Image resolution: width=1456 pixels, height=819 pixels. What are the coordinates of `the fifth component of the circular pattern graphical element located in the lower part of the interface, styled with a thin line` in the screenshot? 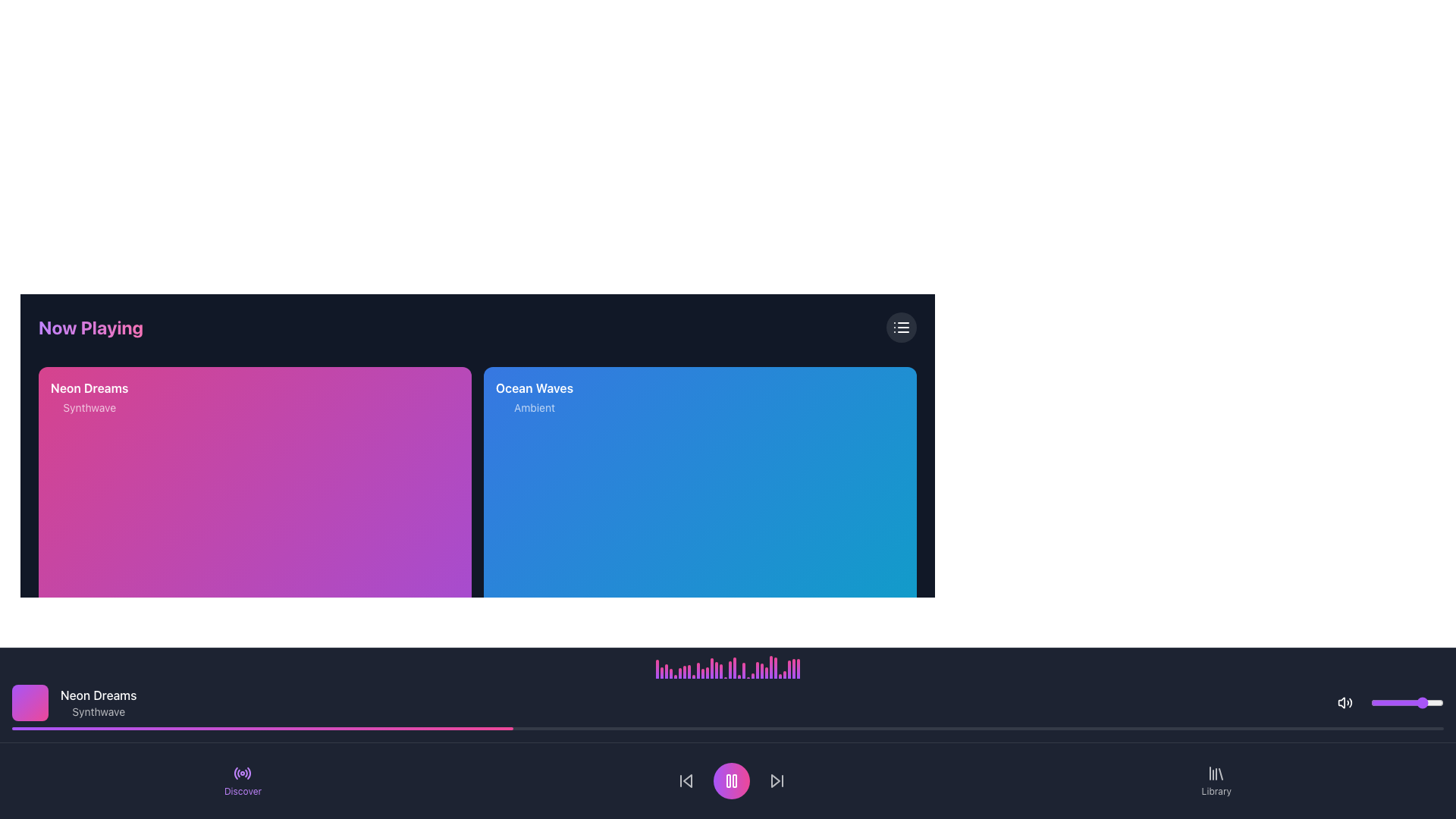 It's located at (249, 773).